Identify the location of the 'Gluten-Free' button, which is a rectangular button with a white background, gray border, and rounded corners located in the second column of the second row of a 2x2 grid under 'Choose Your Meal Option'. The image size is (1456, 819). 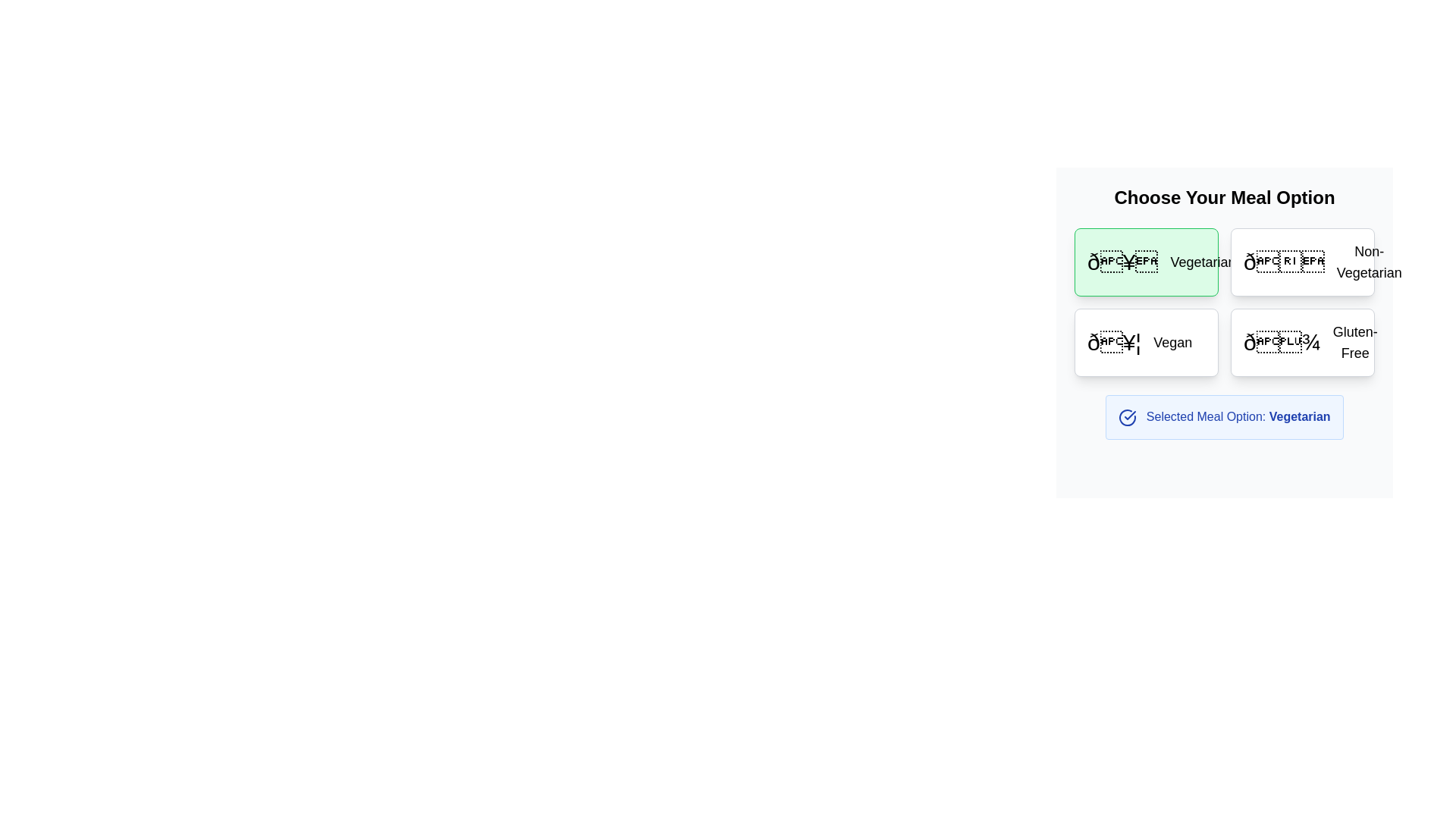
(1302, 342).